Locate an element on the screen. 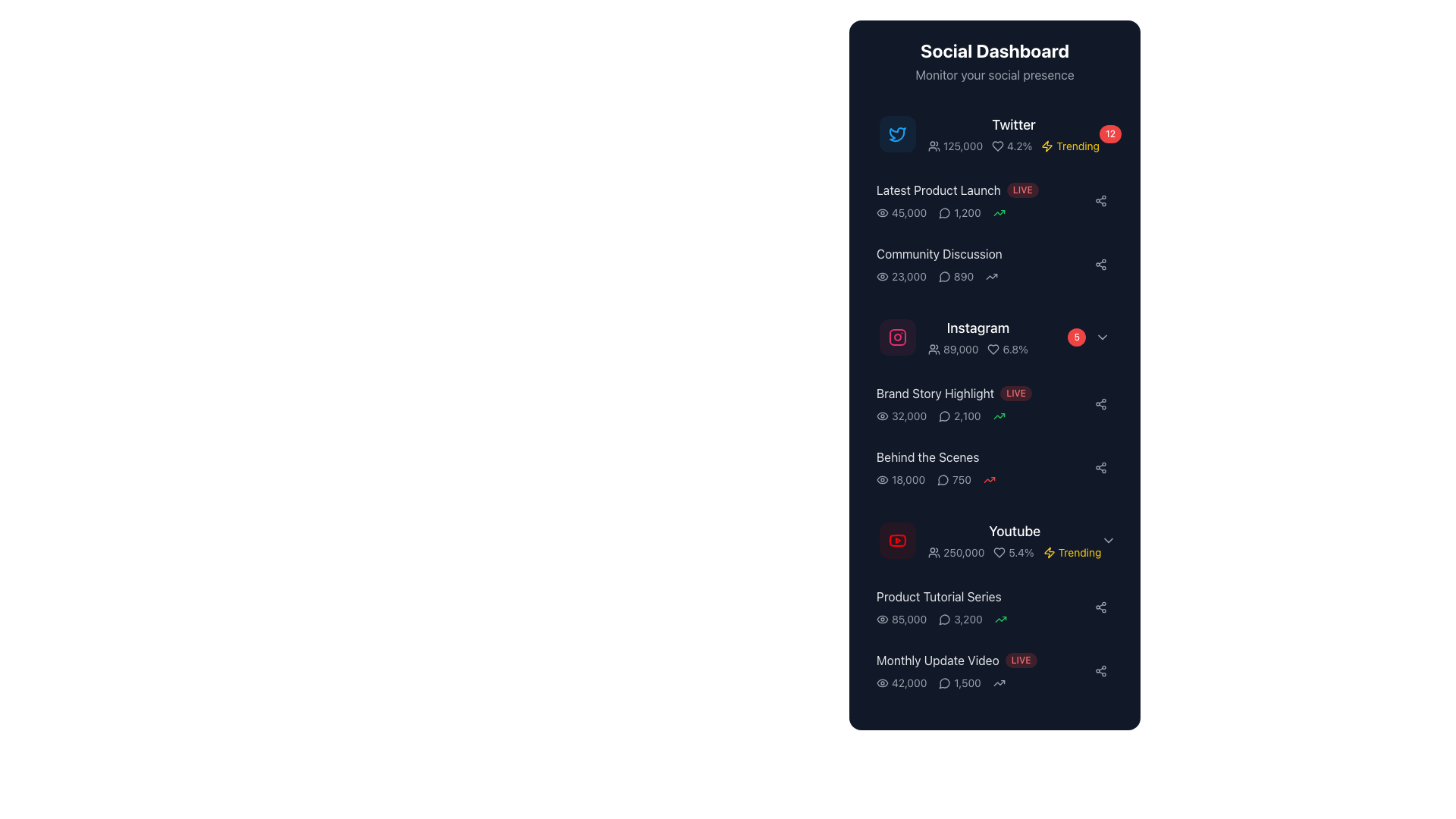 The height and width of the screenshot is (819, 1456). the area adjacent to the Instagram statistics in the Composite informational text and icon group is located at coordinates (977, 350).